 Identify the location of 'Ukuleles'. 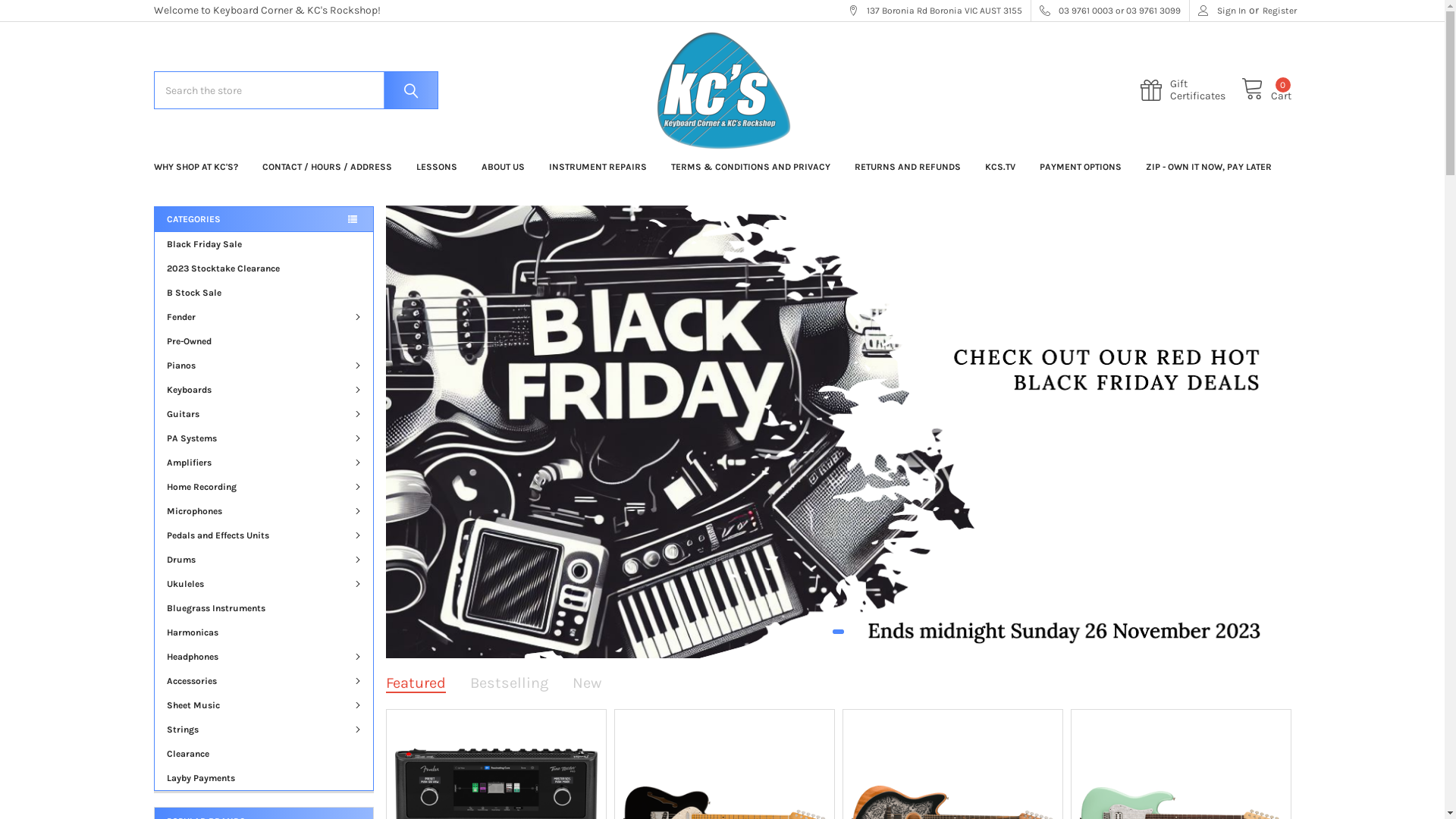
(263, 583).